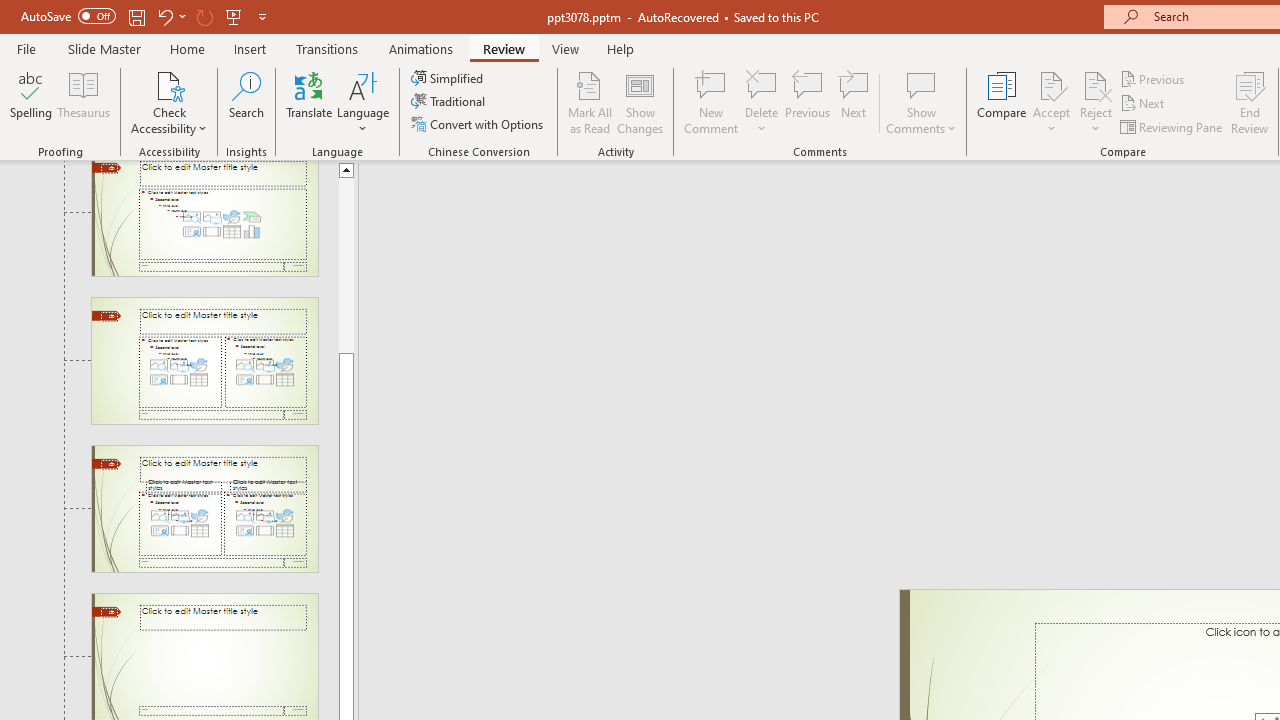 Image resolution: width=1280 pixels, height=720 pixels. Describe the element at coordinates (711, 103) in the screenshot. I see `'New Comment'` at that location.